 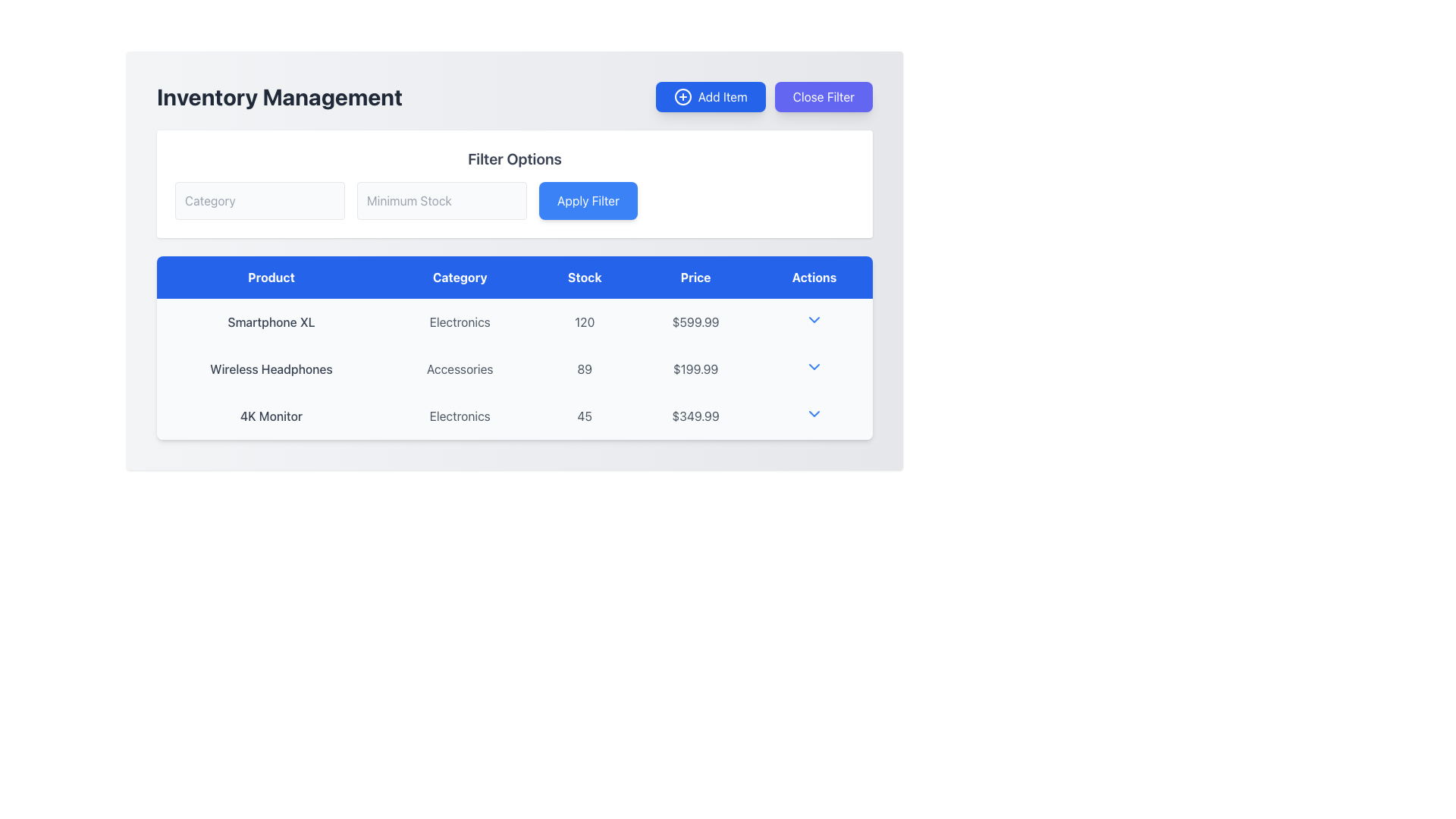 I want to click on the circular blue icon with a '+' symbol in the center, located, so click(x=682, y=96).